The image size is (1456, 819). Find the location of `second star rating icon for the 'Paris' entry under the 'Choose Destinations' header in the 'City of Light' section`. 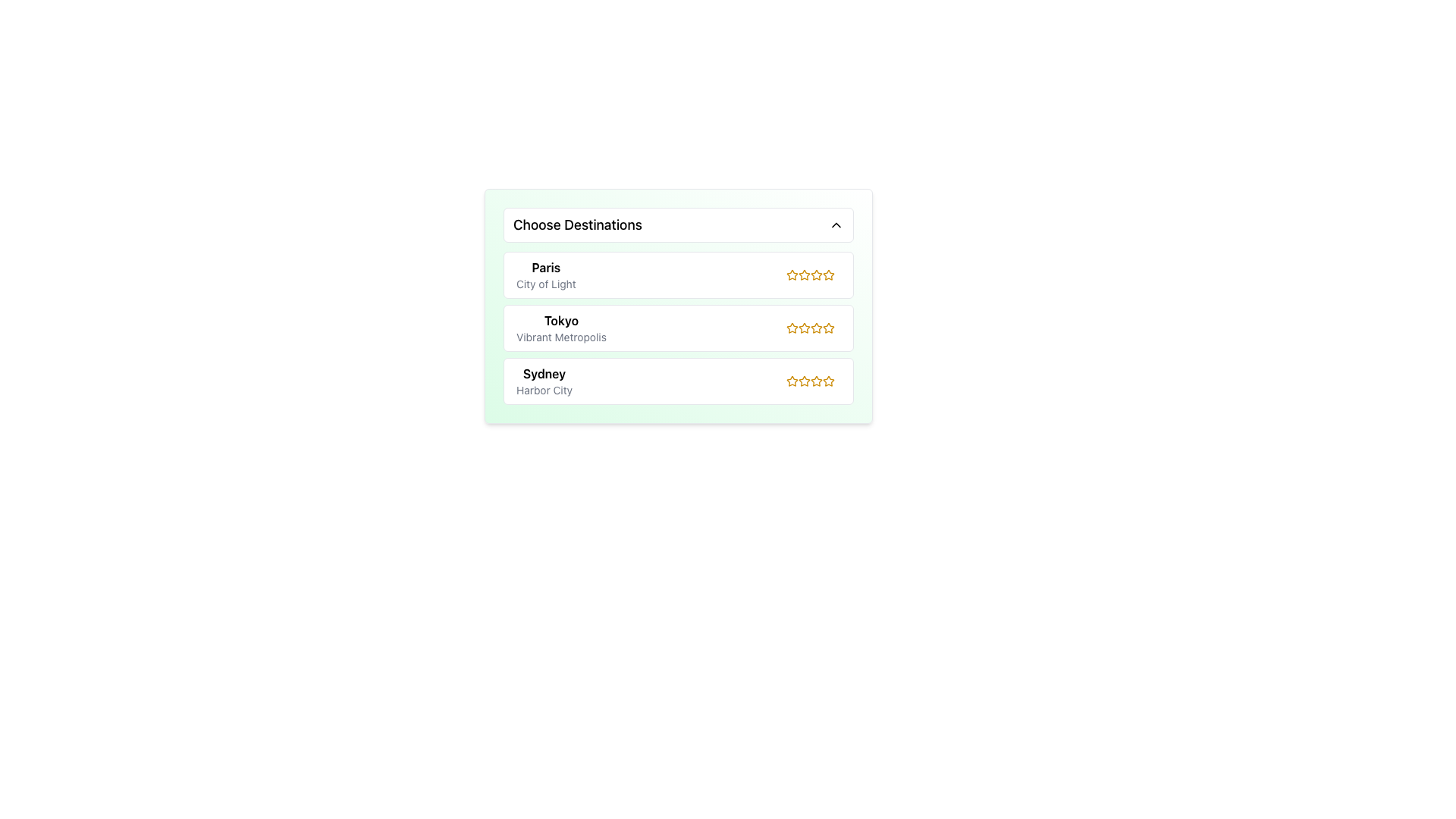

second star rating icon for the 'Paris' entry under the 'Choose Destinations' header in the 'City of Light' section is located at coordinates (803, 275).